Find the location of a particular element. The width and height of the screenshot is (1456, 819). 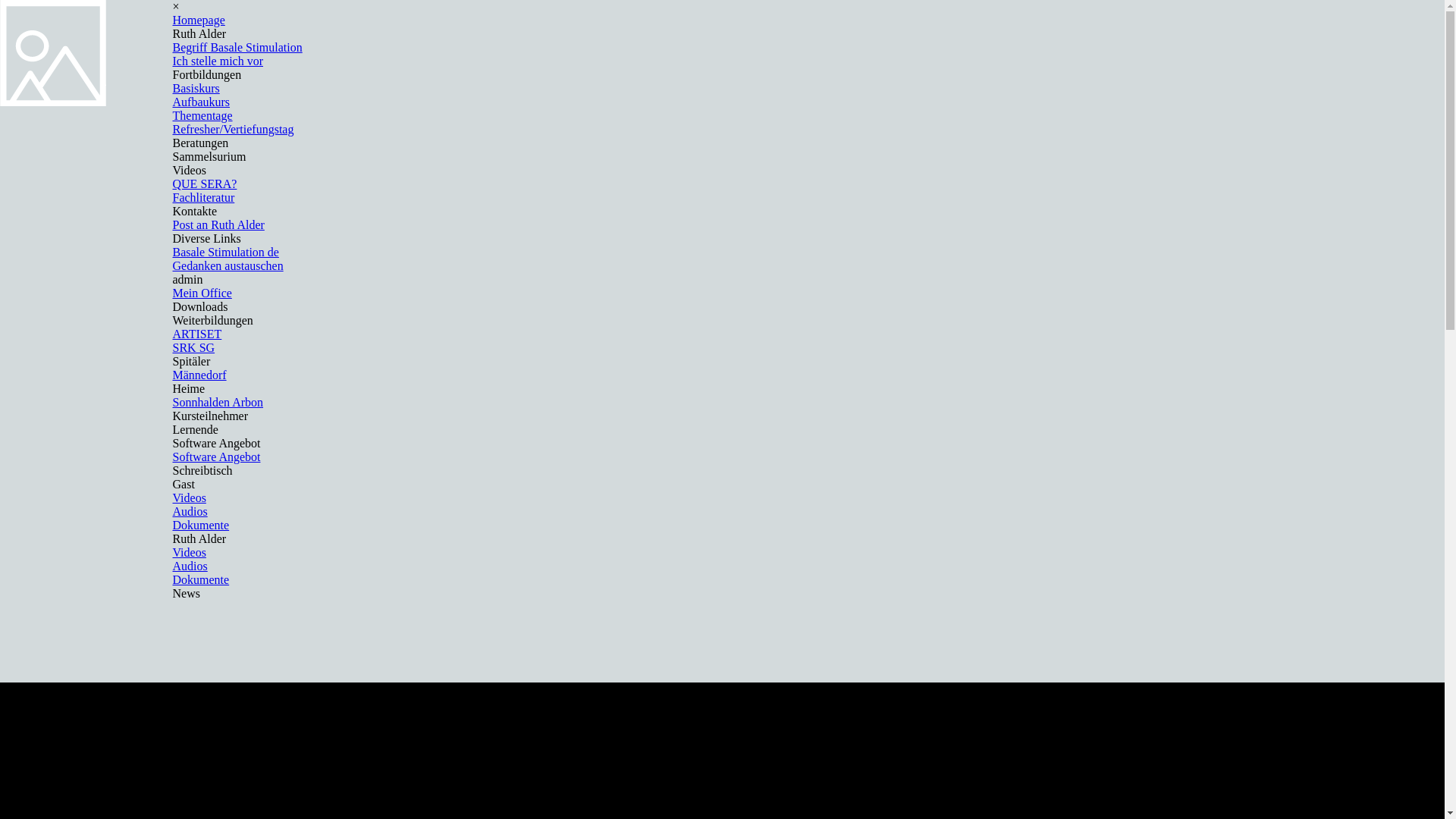

'QUE SERA?' is located at coordinates (204, 183).